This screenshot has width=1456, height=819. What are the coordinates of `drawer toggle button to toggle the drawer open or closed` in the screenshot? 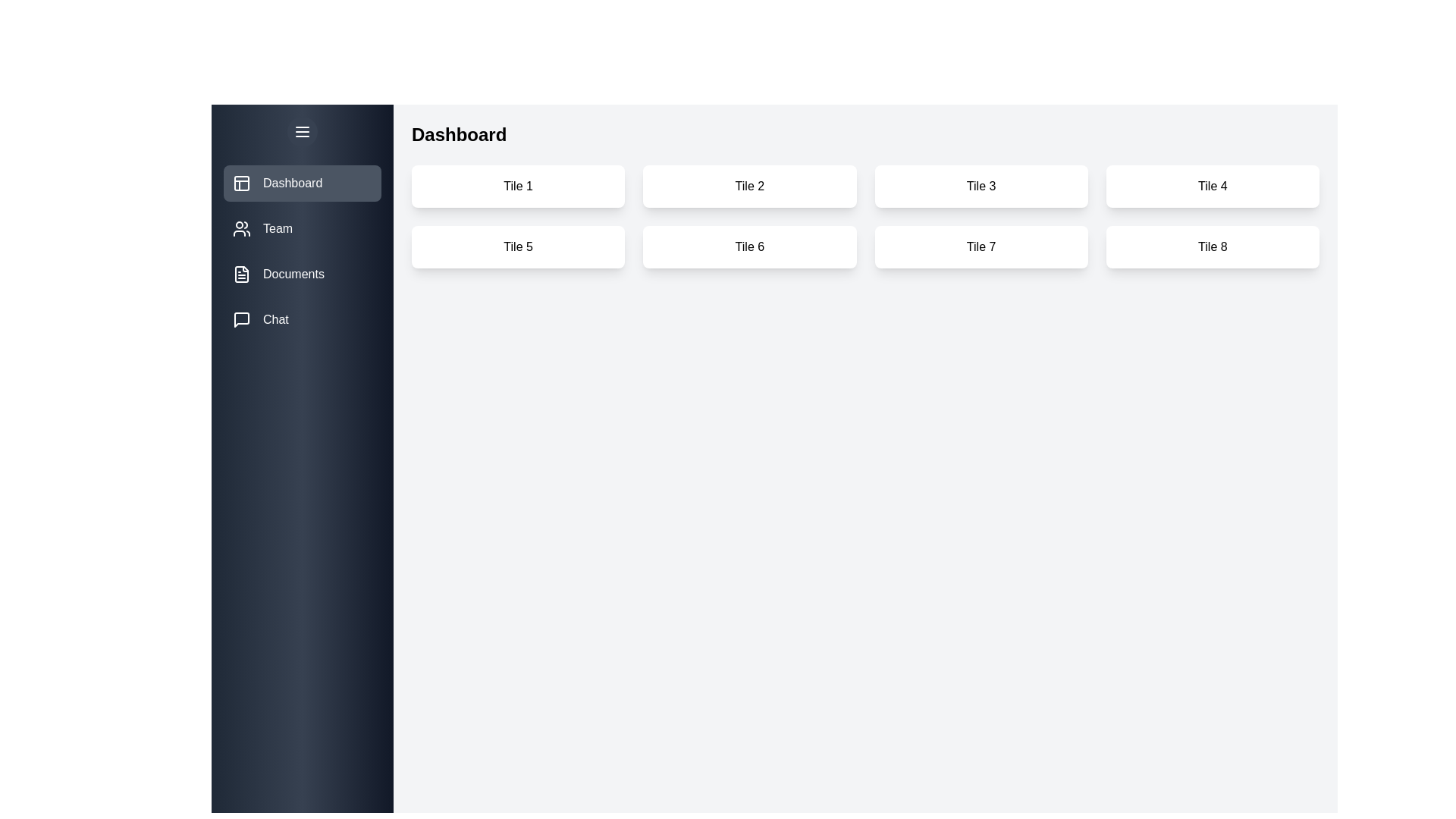 It's located at (302, 130).